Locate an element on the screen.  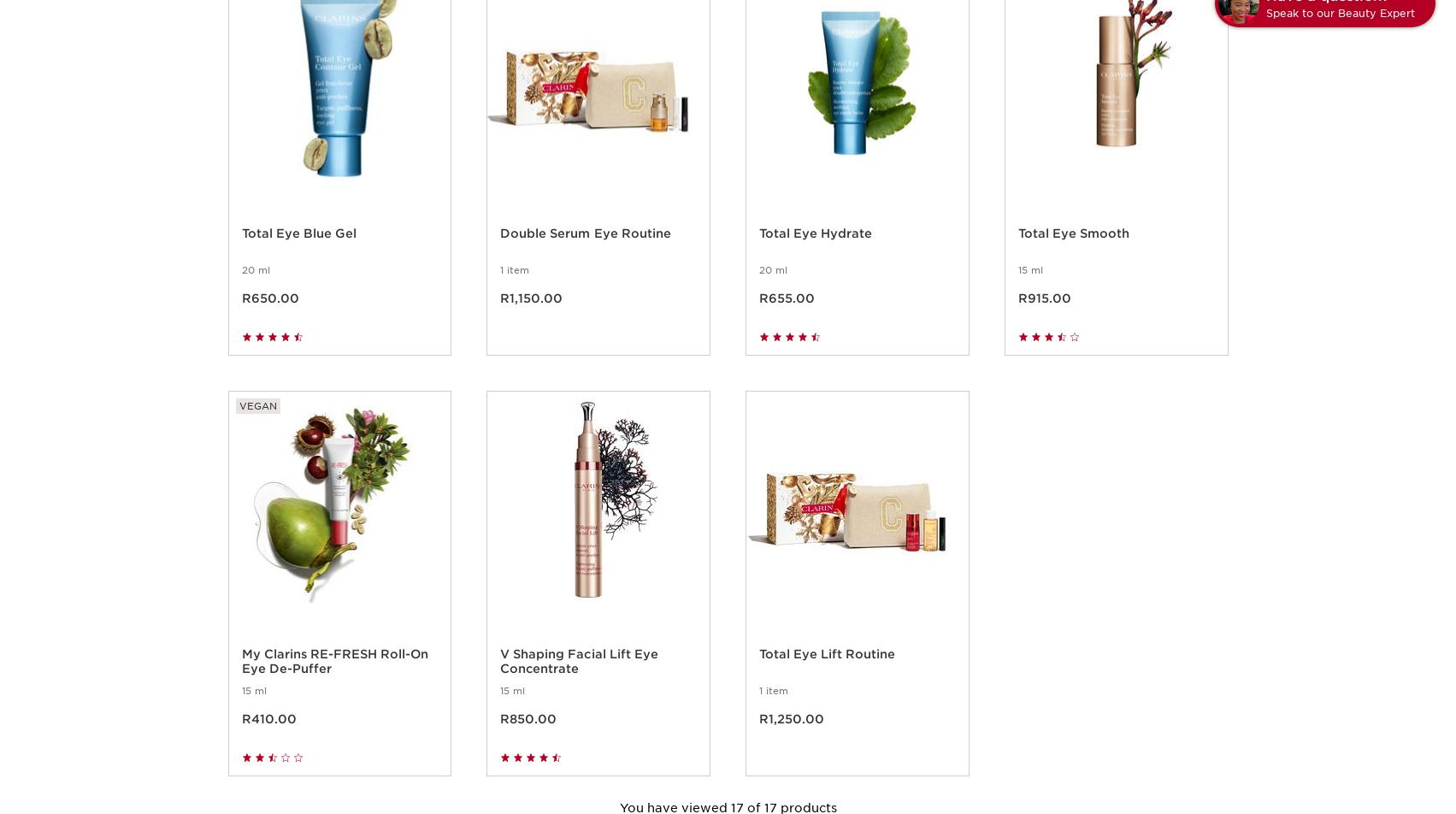
'Total Eye Smooth' is located at coordinates (1072, 252).